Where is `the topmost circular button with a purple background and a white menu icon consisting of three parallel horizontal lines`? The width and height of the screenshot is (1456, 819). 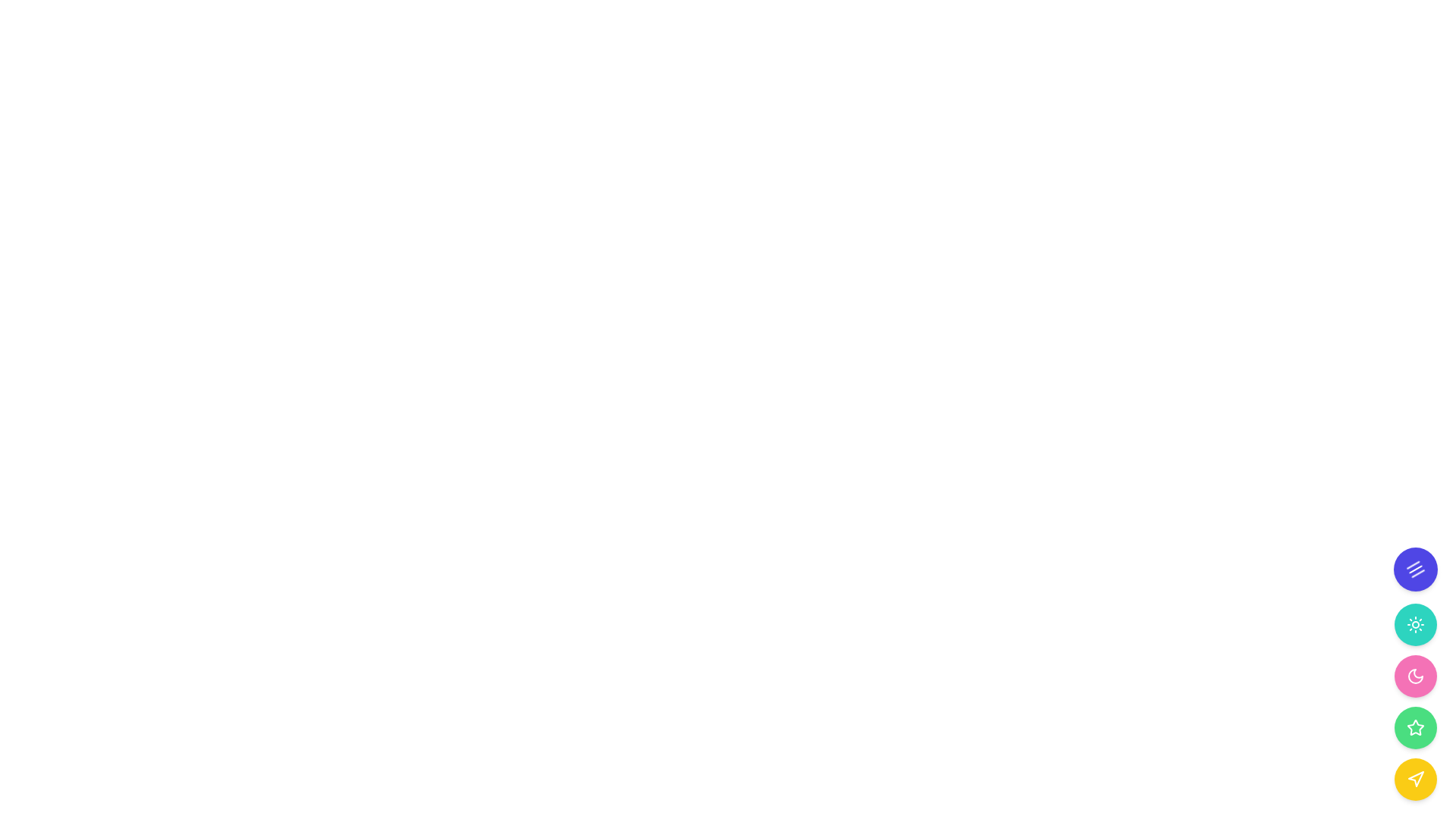
the topmost circular button with a purple background and a white menu icon consisting of three parallel horizontal lines is located at coordinates (1415, 570).